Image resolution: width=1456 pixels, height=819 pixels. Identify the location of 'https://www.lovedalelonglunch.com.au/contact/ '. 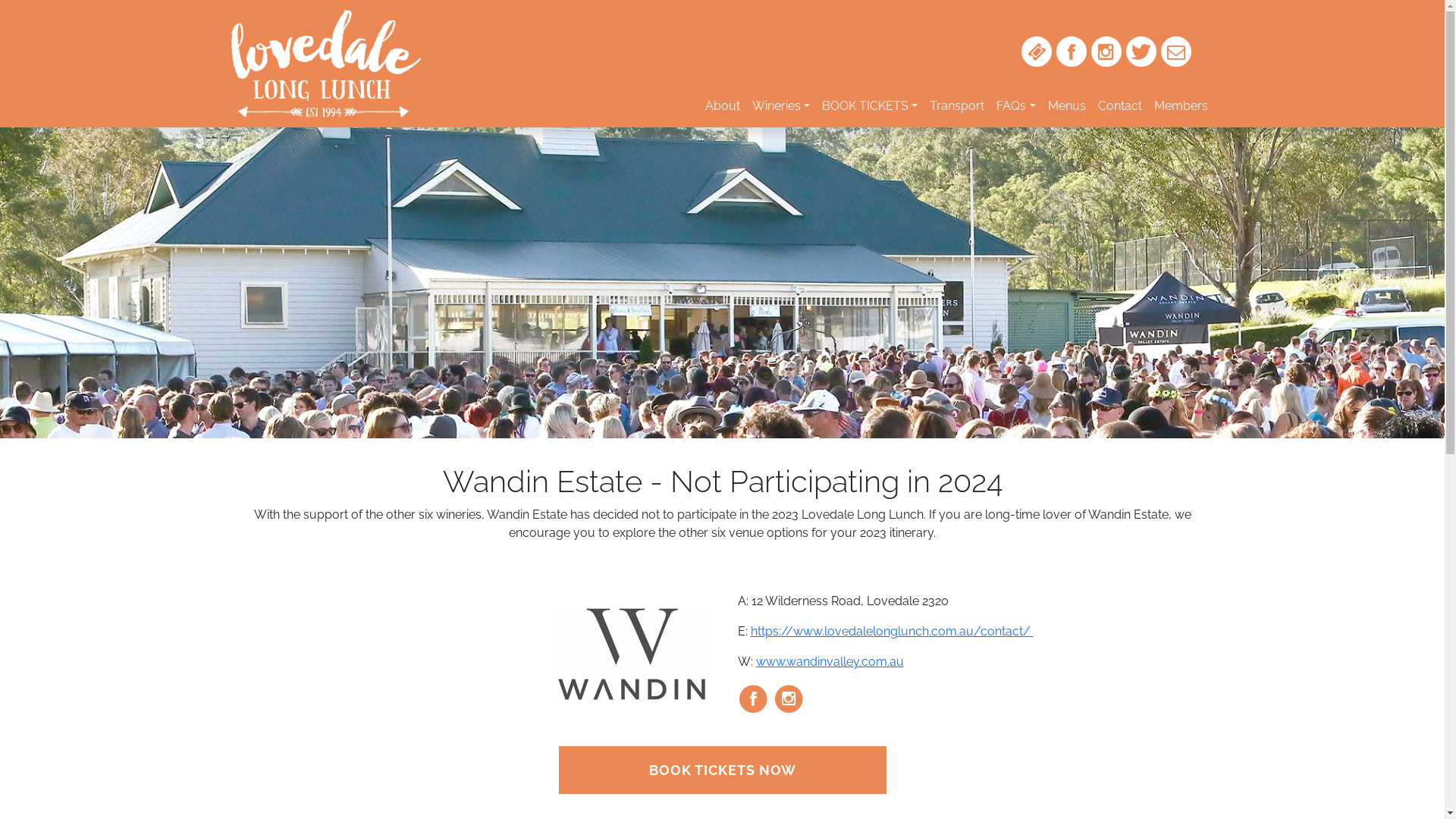
(892, 631).